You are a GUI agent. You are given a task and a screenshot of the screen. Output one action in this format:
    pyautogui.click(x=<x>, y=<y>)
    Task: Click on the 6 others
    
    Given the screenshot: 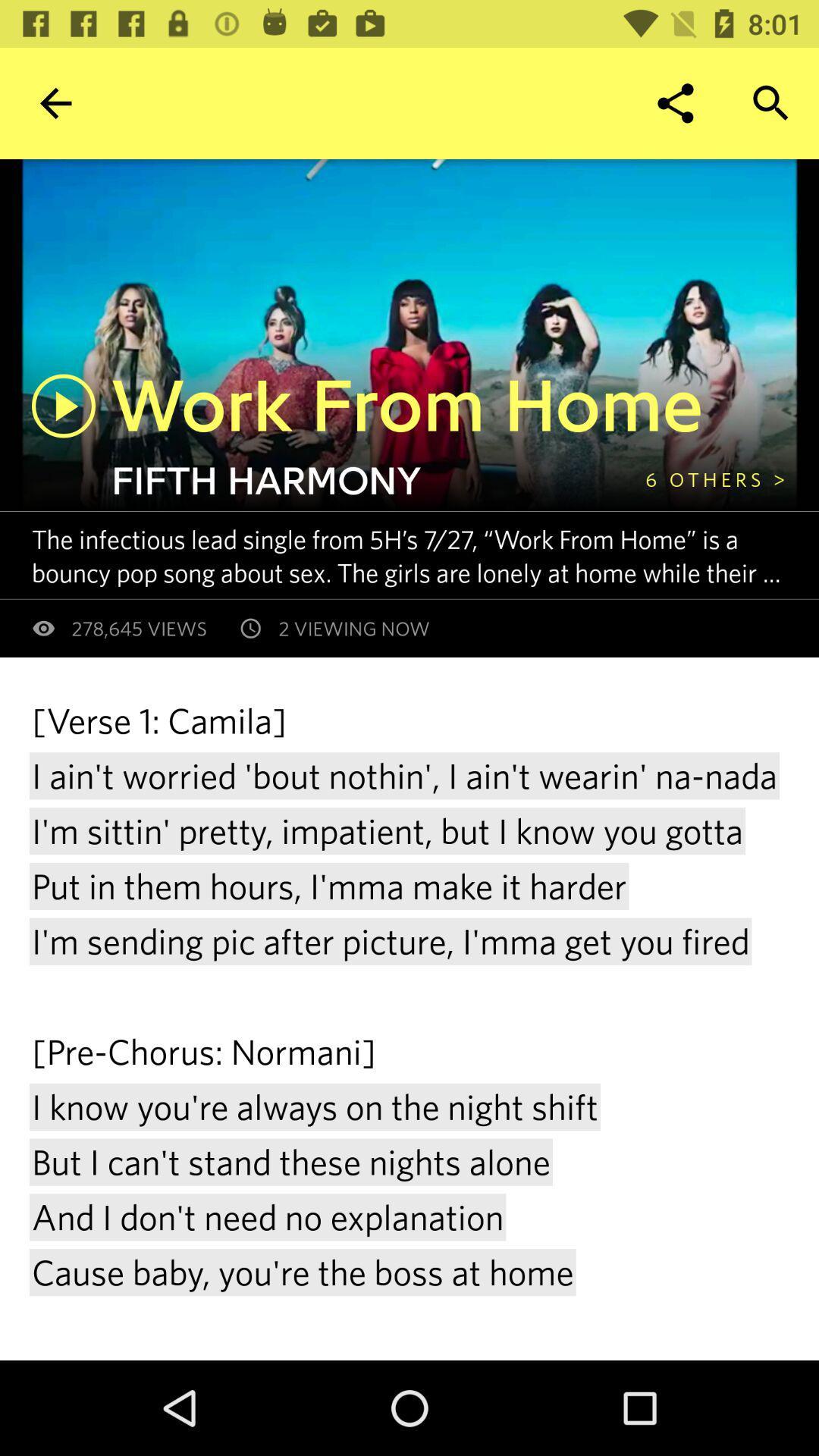 What is the action you would take?
    pyautogui.click(x=715, y=479)
    